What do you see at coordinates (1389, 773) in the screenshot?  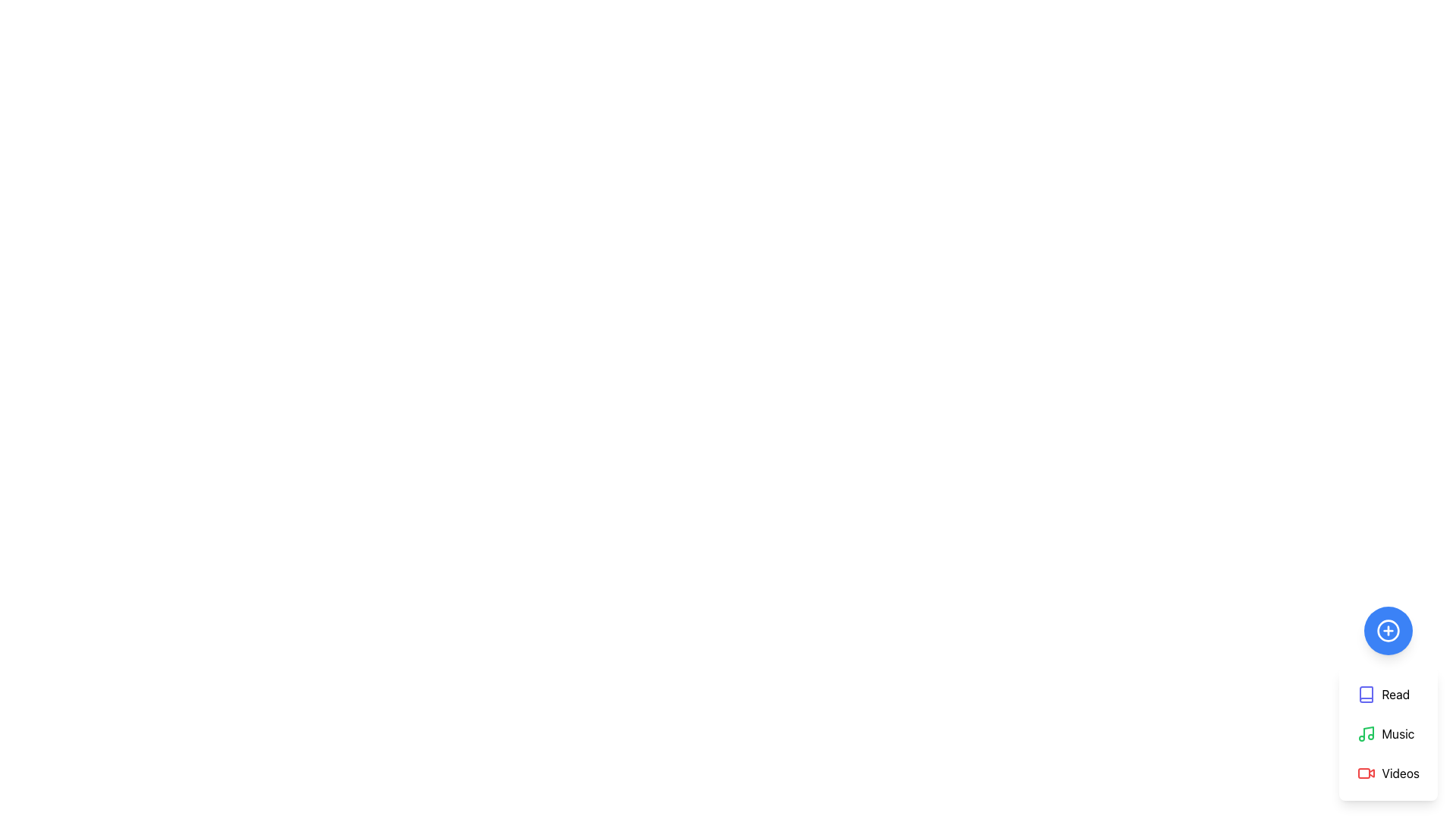 I see `the 'Videos' menu item button, which features a red video camera icon followed by the text 'Videos', located below the 'Music' item in the menu` at bounding box center [1389, 773].